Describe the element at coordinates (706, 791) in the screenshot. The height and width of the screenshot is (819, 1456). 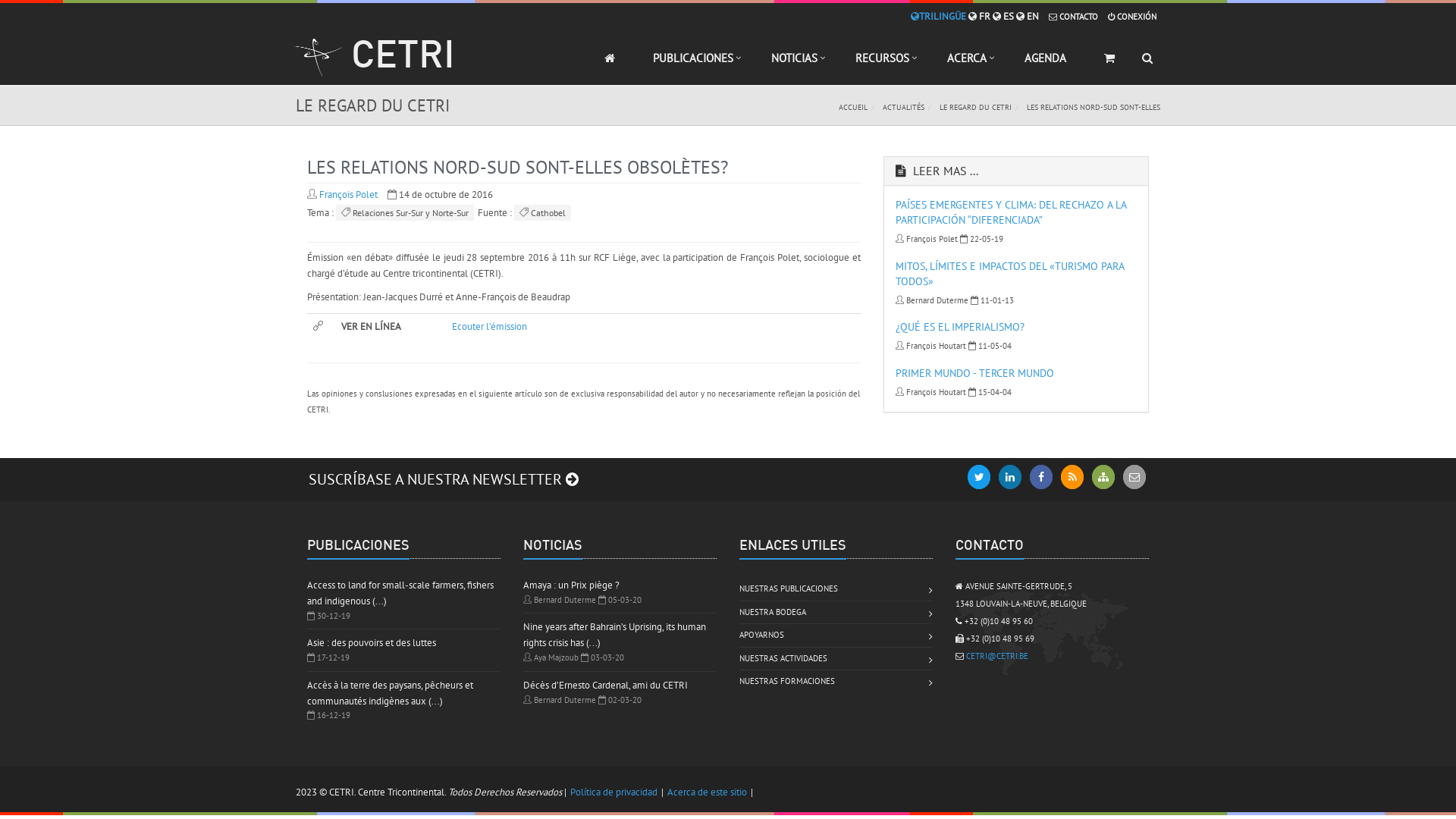
I see `'Acerca de este sitio'` at that location.